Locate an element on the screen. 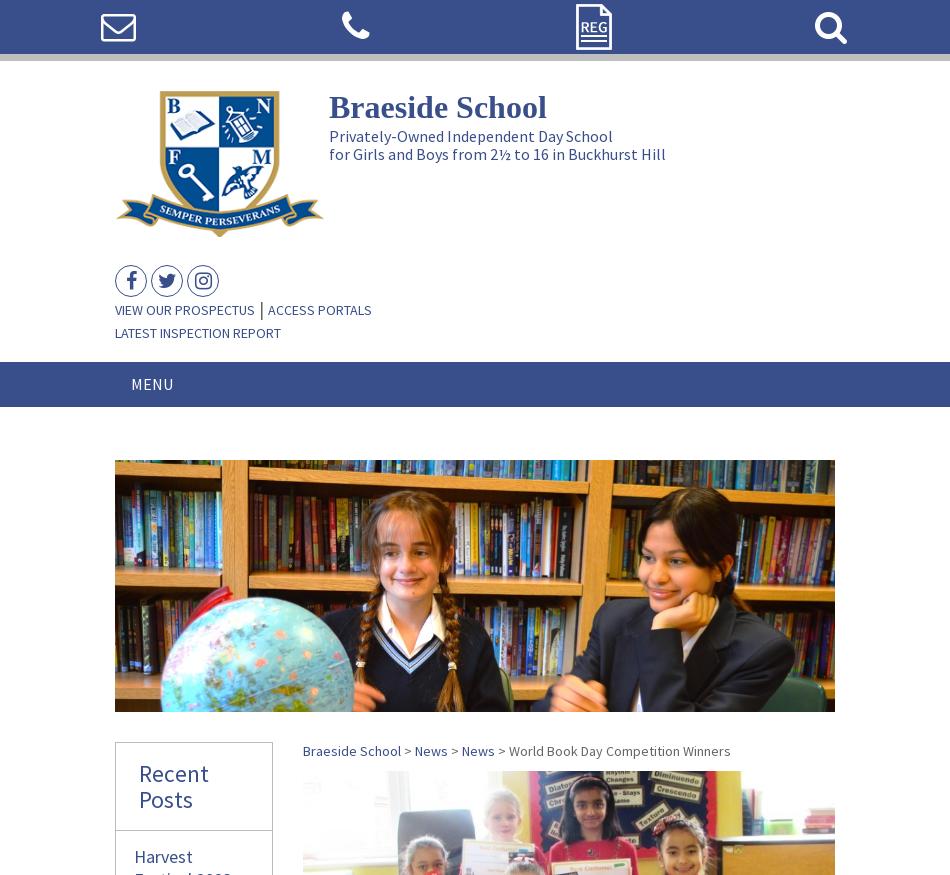  'Privately-Owned Independent Day School' is located at coordinates (470, 134).